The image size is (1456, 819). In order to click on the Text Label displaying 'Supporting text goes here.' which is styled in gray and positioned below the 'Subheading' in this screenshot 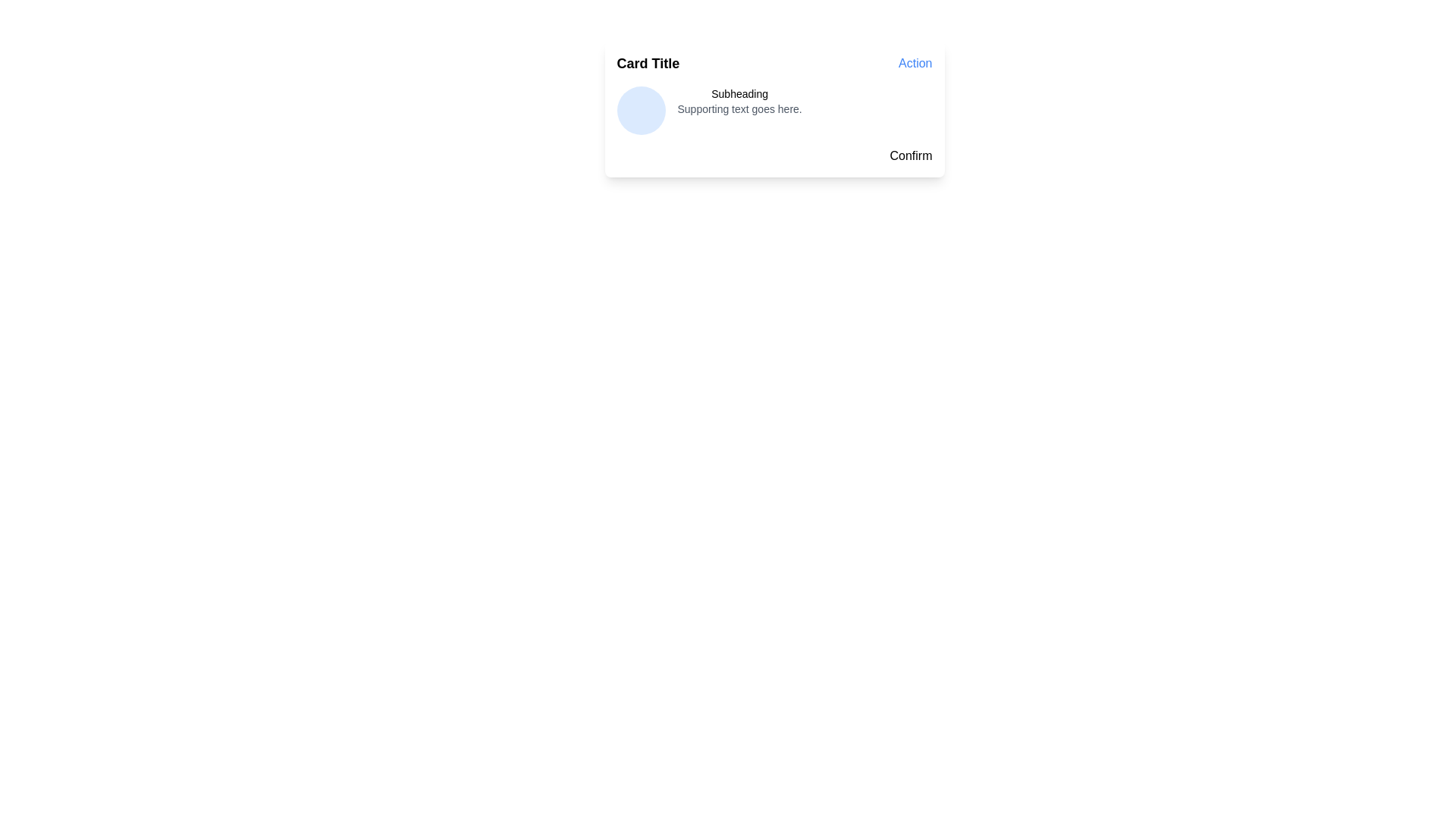, I will do `click(739, 108)`.